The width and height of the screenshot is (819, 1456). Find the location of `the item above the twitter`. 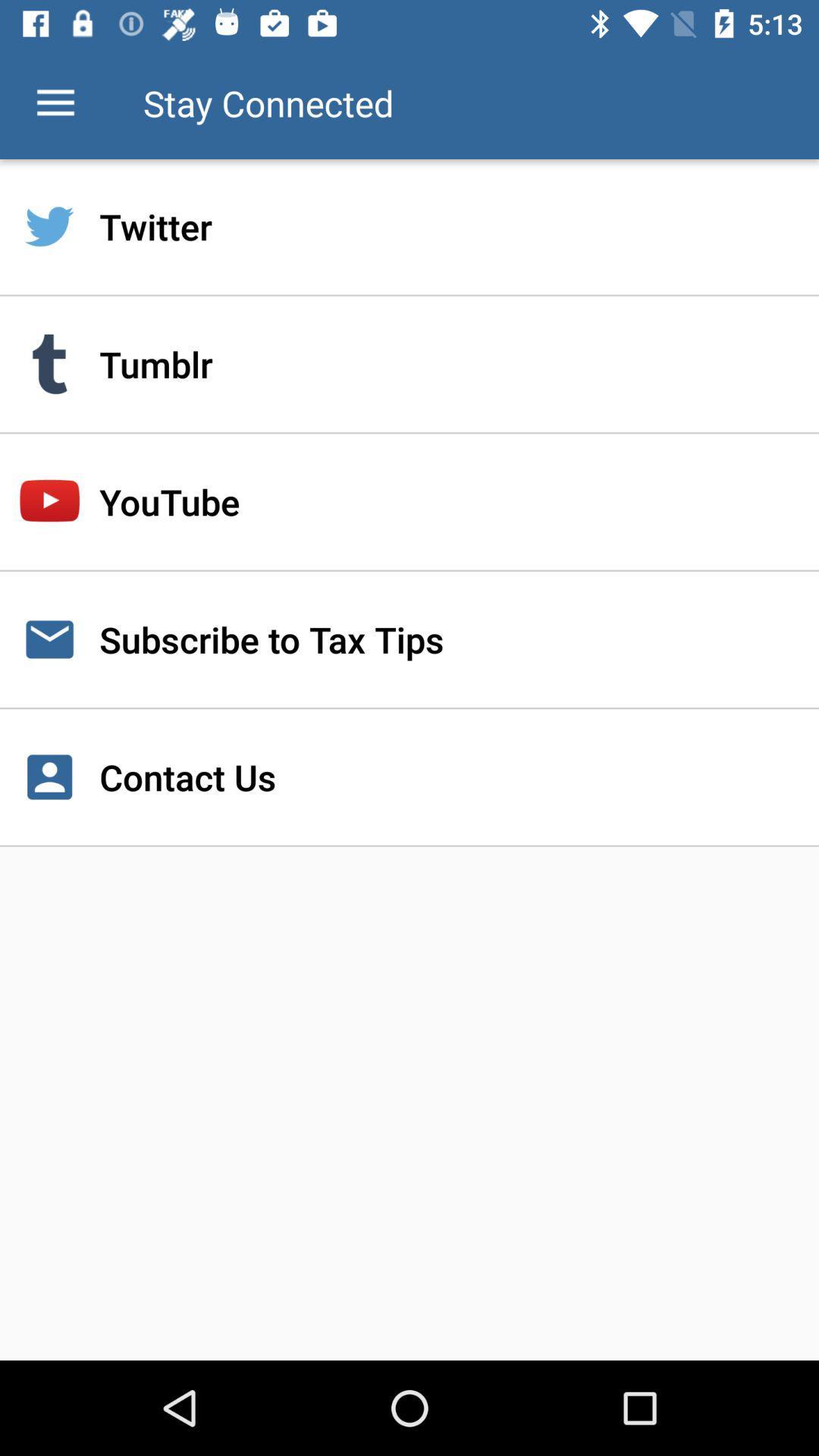

the item above the twitter is located at coordinates (55, 102).